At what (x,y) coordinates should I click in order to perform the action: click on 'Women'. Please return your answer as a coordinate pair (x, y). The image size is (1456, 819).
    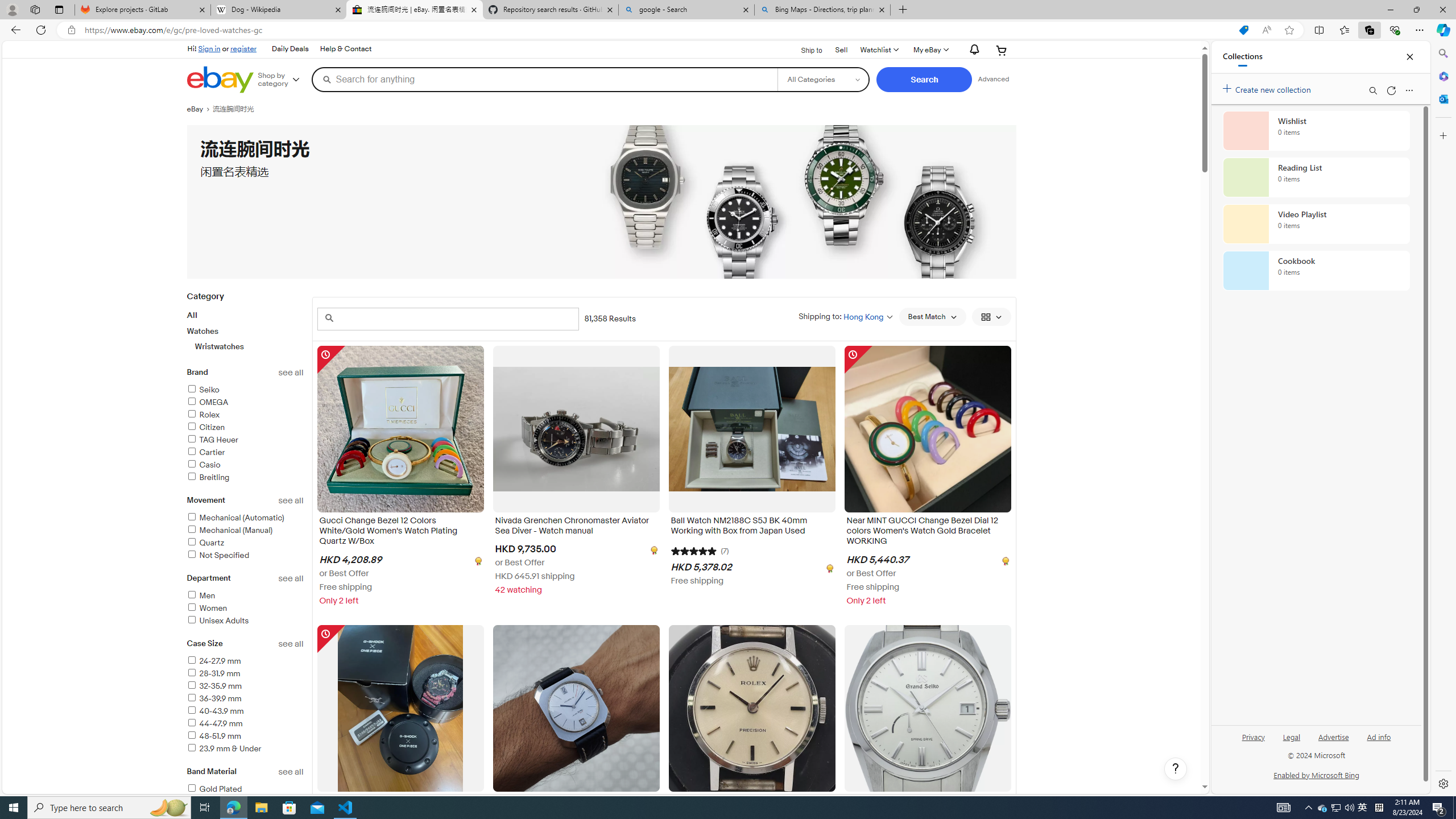
    Looking at the image, I should click on (245, 608).